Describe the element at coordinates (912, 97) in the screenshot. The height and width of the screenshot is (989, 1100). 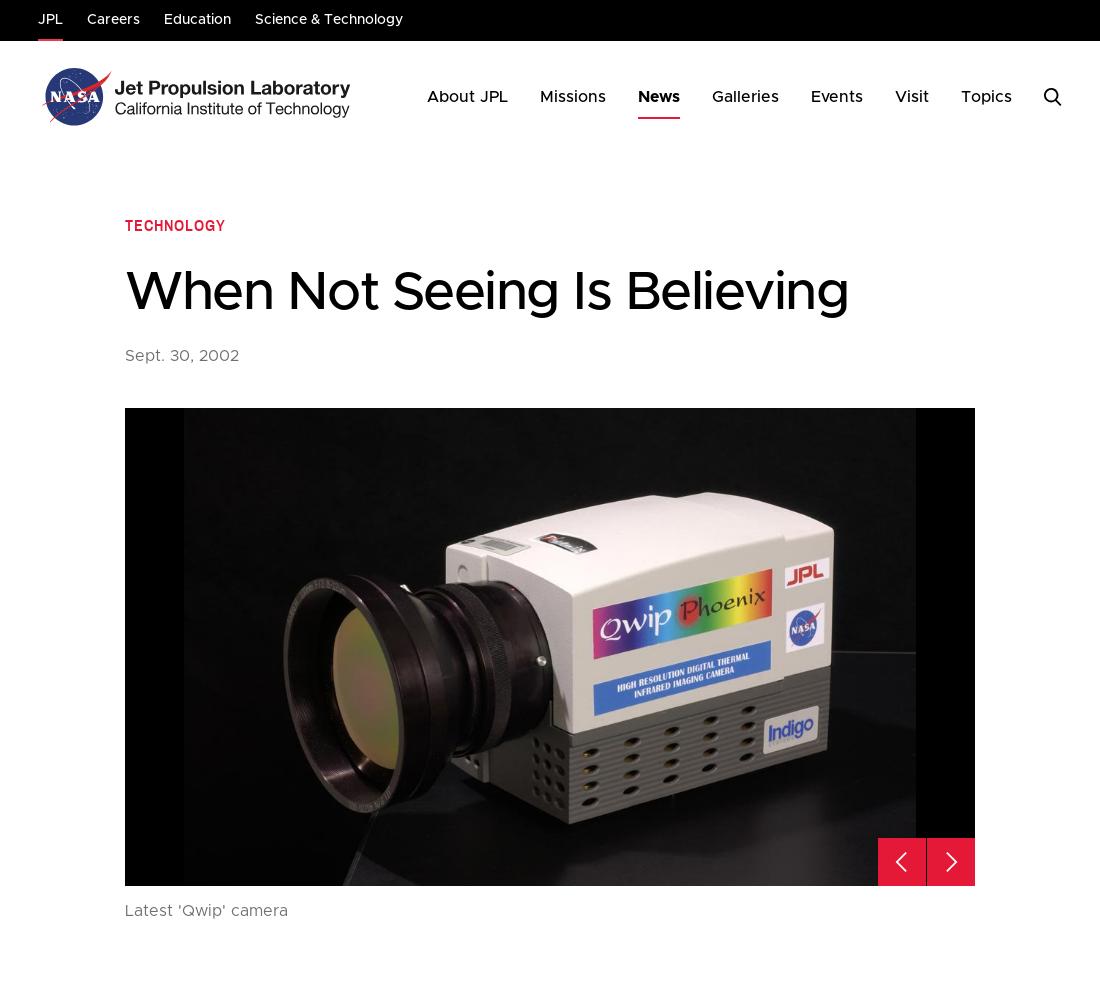
I see `'Visit'` at that location.